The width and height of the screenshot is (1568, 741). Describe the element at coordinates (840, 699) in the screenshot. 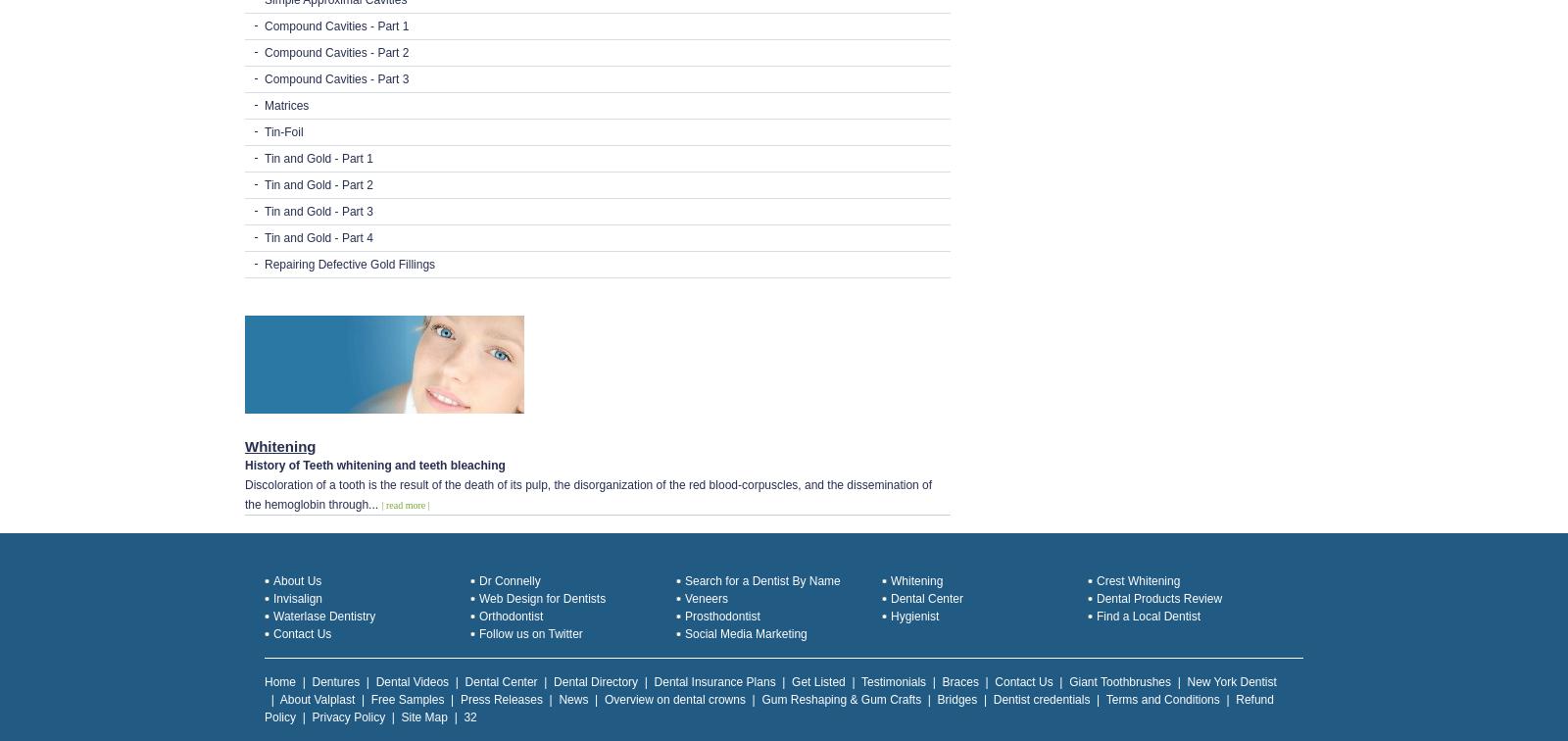

I see `'Gum Reshaping & Gum Crafts'` at that location.